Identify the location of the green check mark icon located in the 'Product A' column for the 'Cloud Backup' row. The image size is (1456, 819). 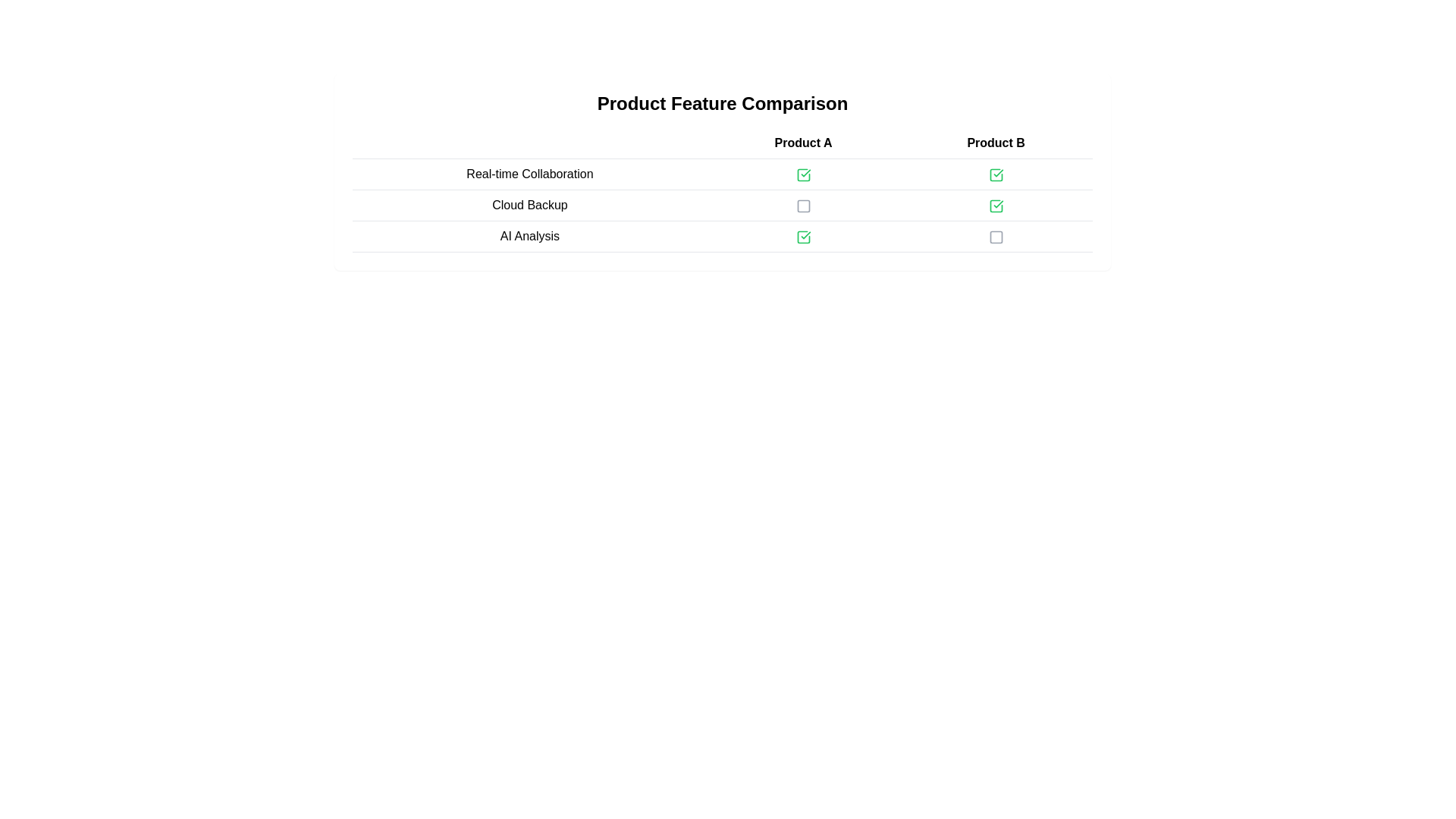
(996, 206).